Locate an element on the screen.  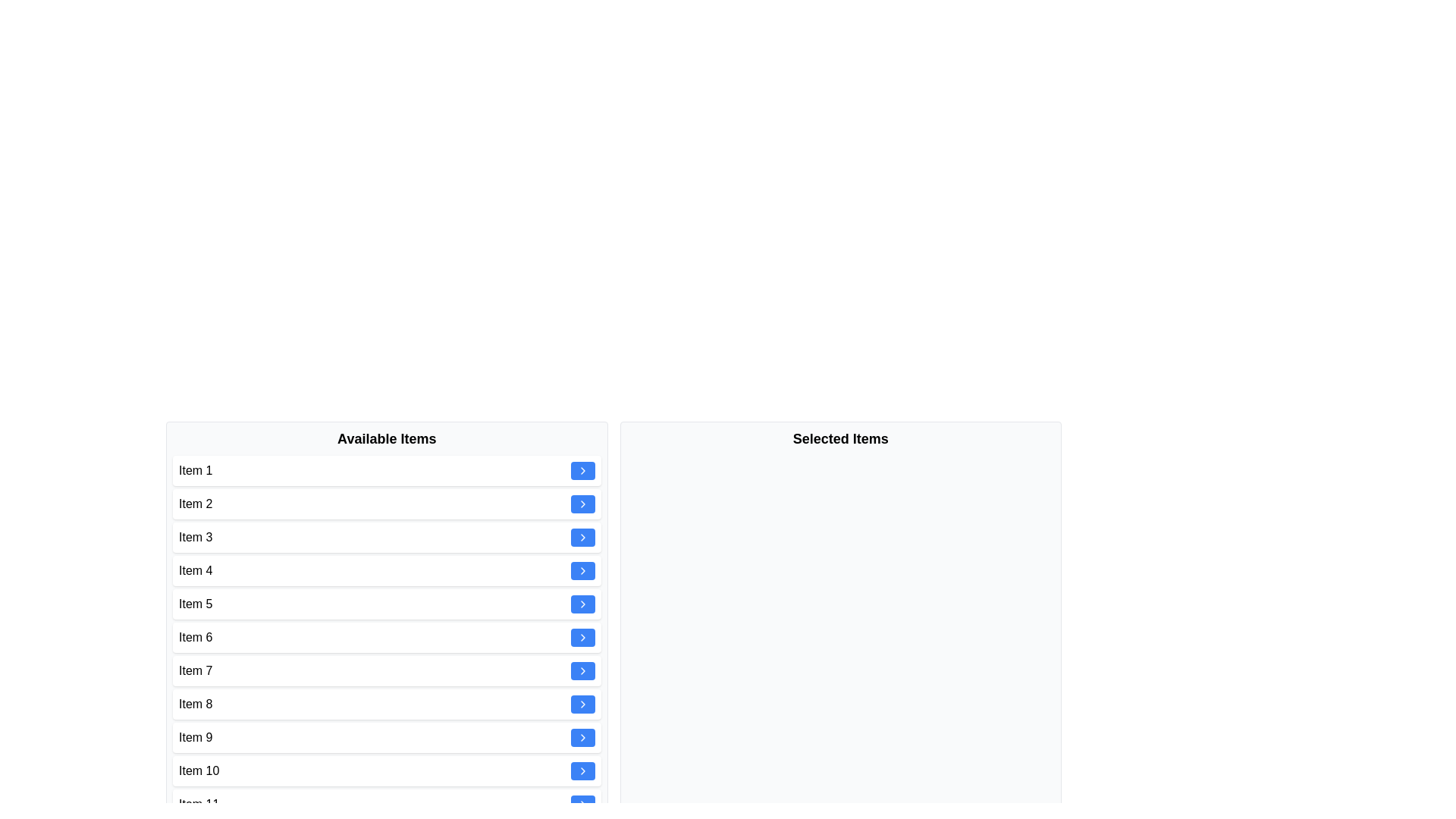
the small right-pointing chevron icon within the blue circular button located at the rightmost area of the button aligned with item 8 in the 'Available Items' list to trigger a tooltip or highlight is located at coordinates (582, 637).